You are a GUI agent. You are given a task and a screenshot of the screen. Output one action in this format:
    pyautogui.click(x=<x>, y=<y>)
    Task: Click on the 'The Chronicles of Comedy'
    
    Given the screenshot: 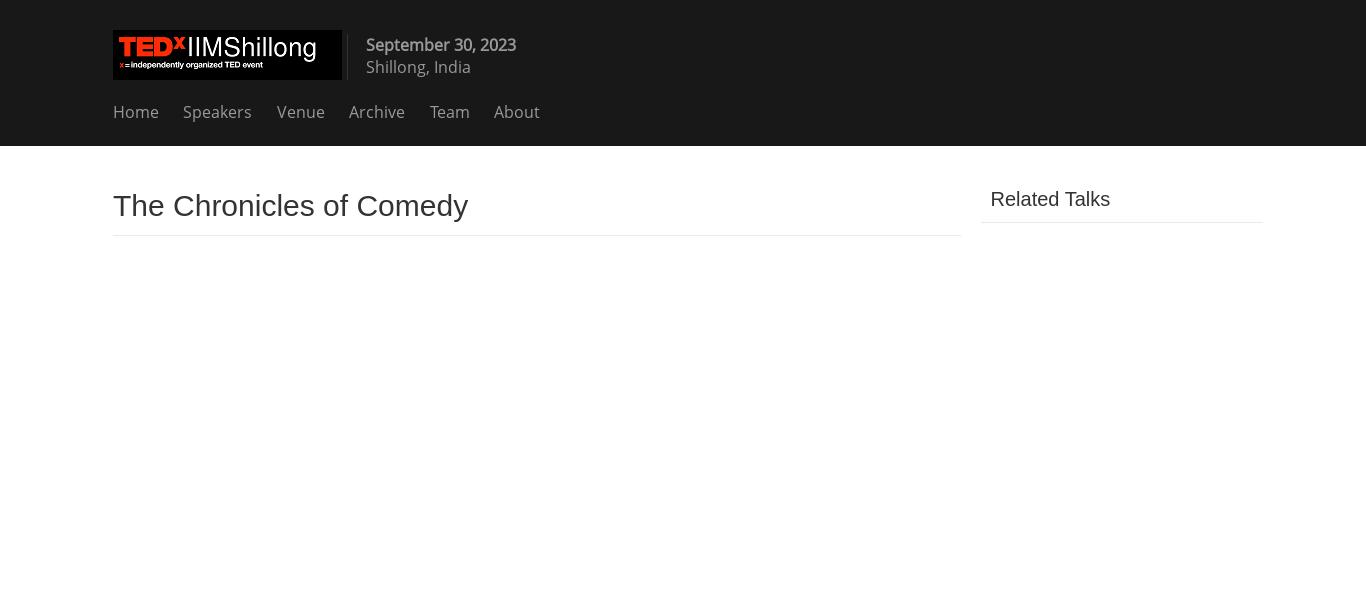 What is the action you would take?
    pyautogui.click(x=112, y=204)
    